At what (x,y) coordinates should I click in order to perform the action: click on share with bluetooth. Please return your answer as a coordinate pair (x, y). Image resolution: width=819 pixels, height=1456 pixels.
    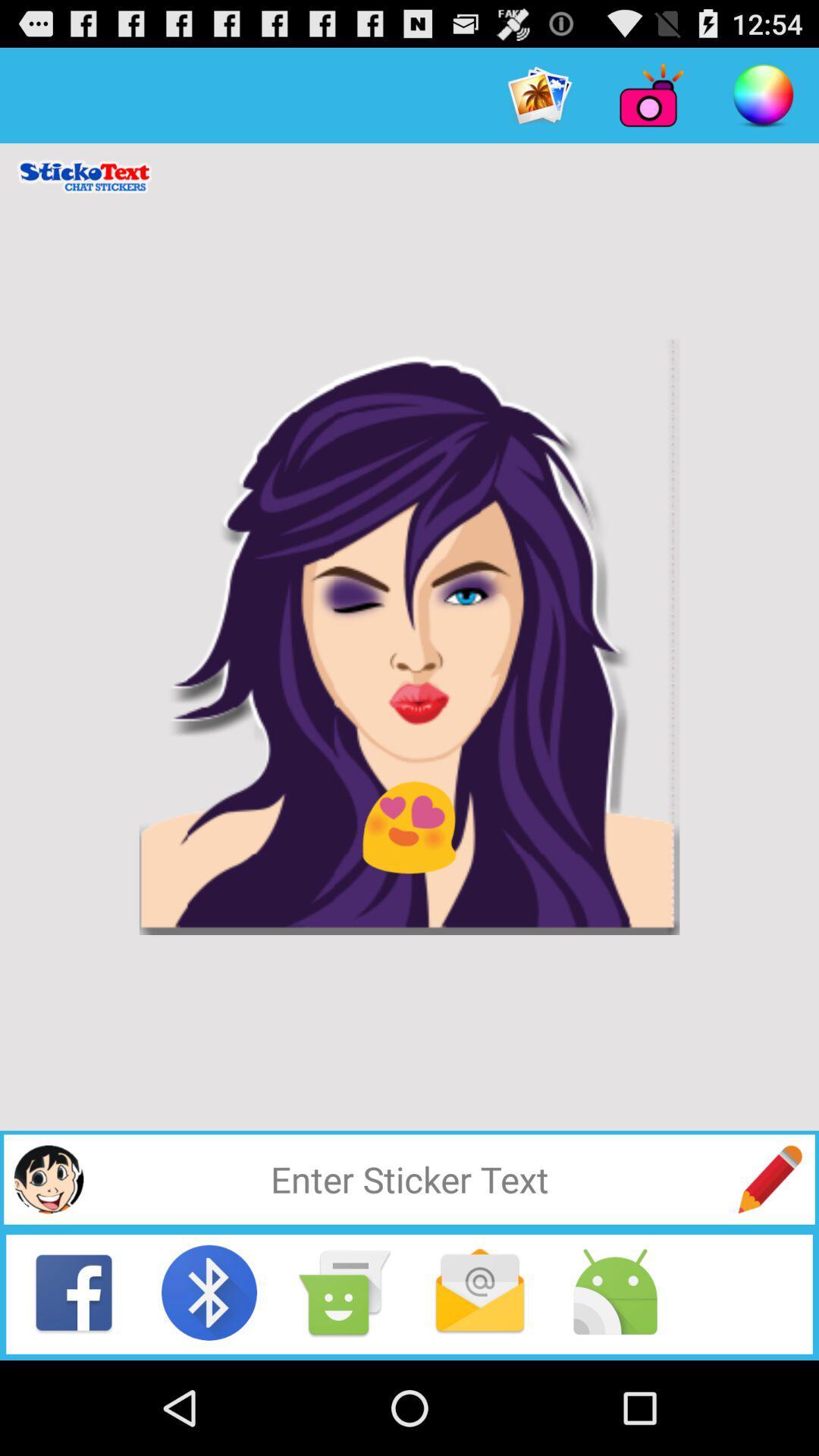
    Looking at the image, I should click on (209, 1291).